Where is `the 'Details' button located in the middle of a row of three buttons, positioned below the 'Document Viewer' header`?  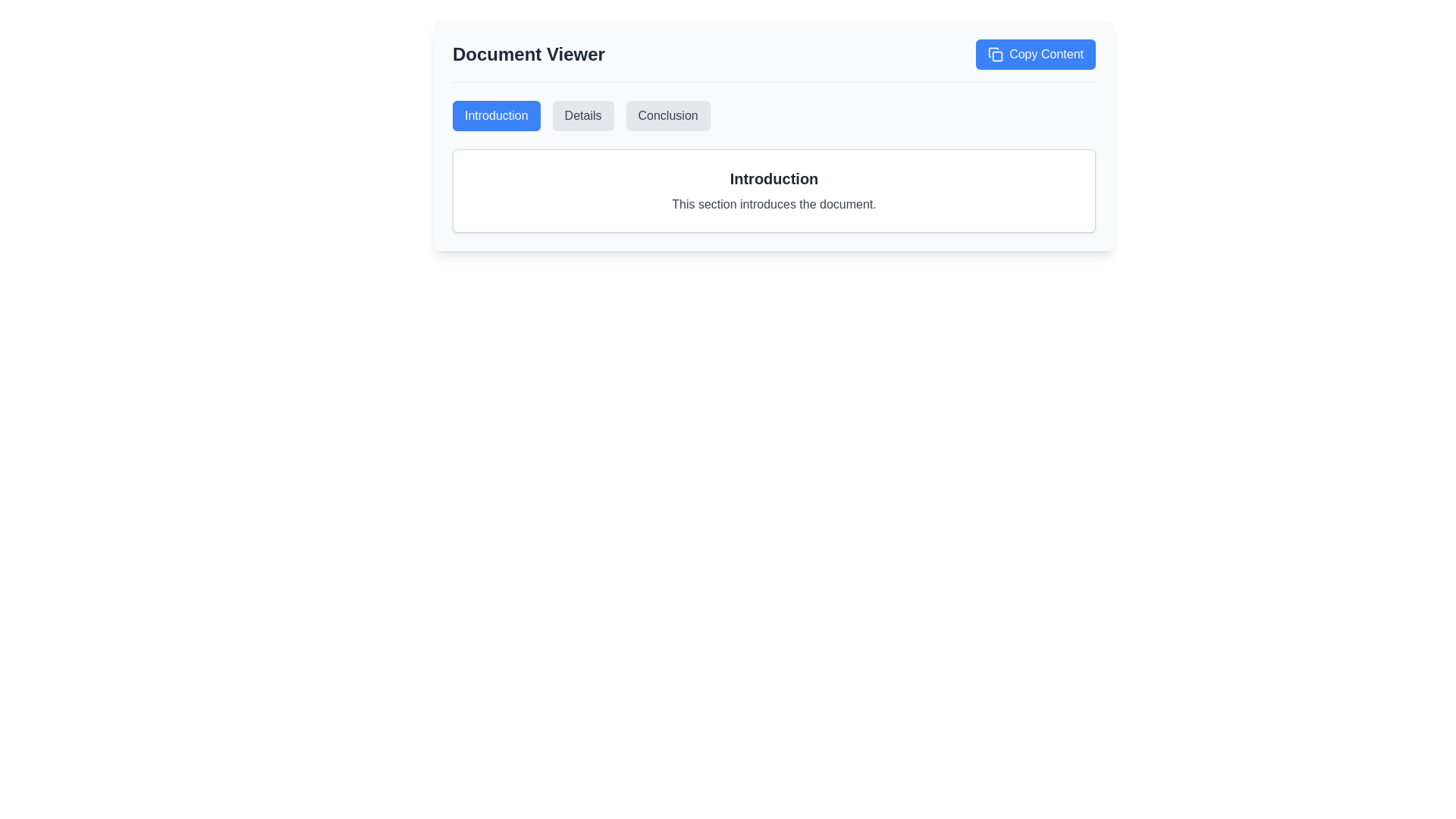 the 'Details' button located in the middle of a row of three buttons, positioned below the 'Document Viewer' header is located at coordinates (582, 115).